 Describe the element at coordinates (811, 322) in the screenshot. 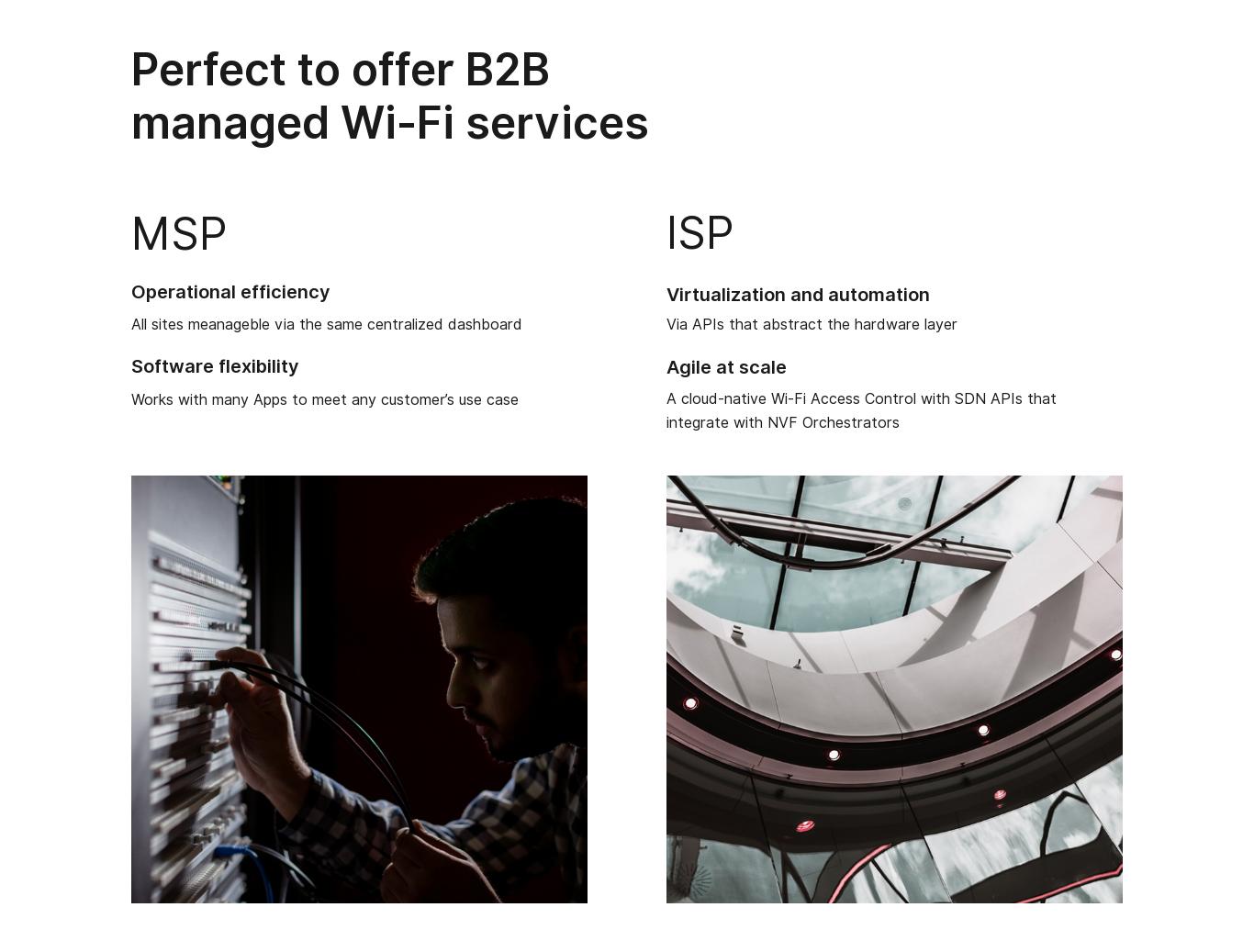

I see `'Via APIs that abstract the hardware layer'` at that location.